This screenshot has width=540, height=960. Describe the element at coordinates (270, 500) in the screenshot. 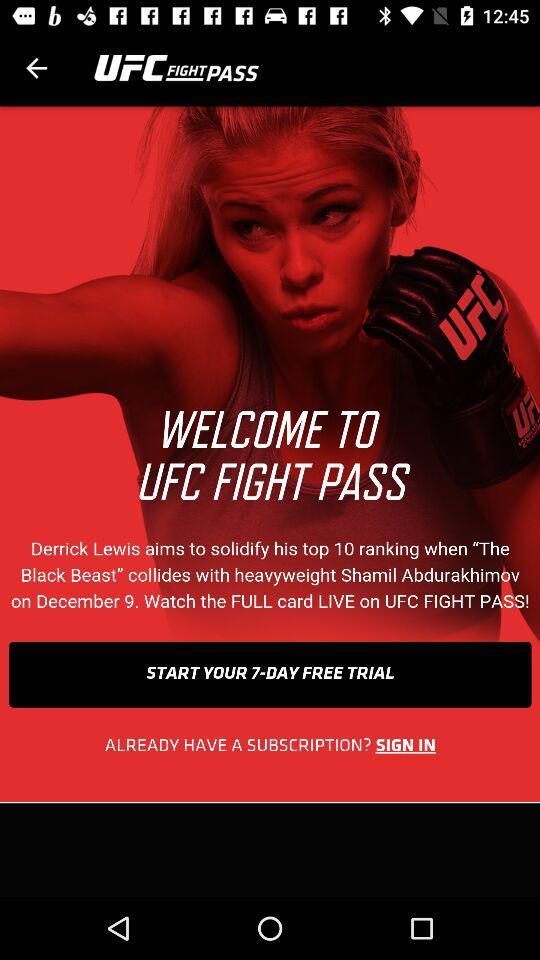

I see `welcome to ufc fight pass` at that location.